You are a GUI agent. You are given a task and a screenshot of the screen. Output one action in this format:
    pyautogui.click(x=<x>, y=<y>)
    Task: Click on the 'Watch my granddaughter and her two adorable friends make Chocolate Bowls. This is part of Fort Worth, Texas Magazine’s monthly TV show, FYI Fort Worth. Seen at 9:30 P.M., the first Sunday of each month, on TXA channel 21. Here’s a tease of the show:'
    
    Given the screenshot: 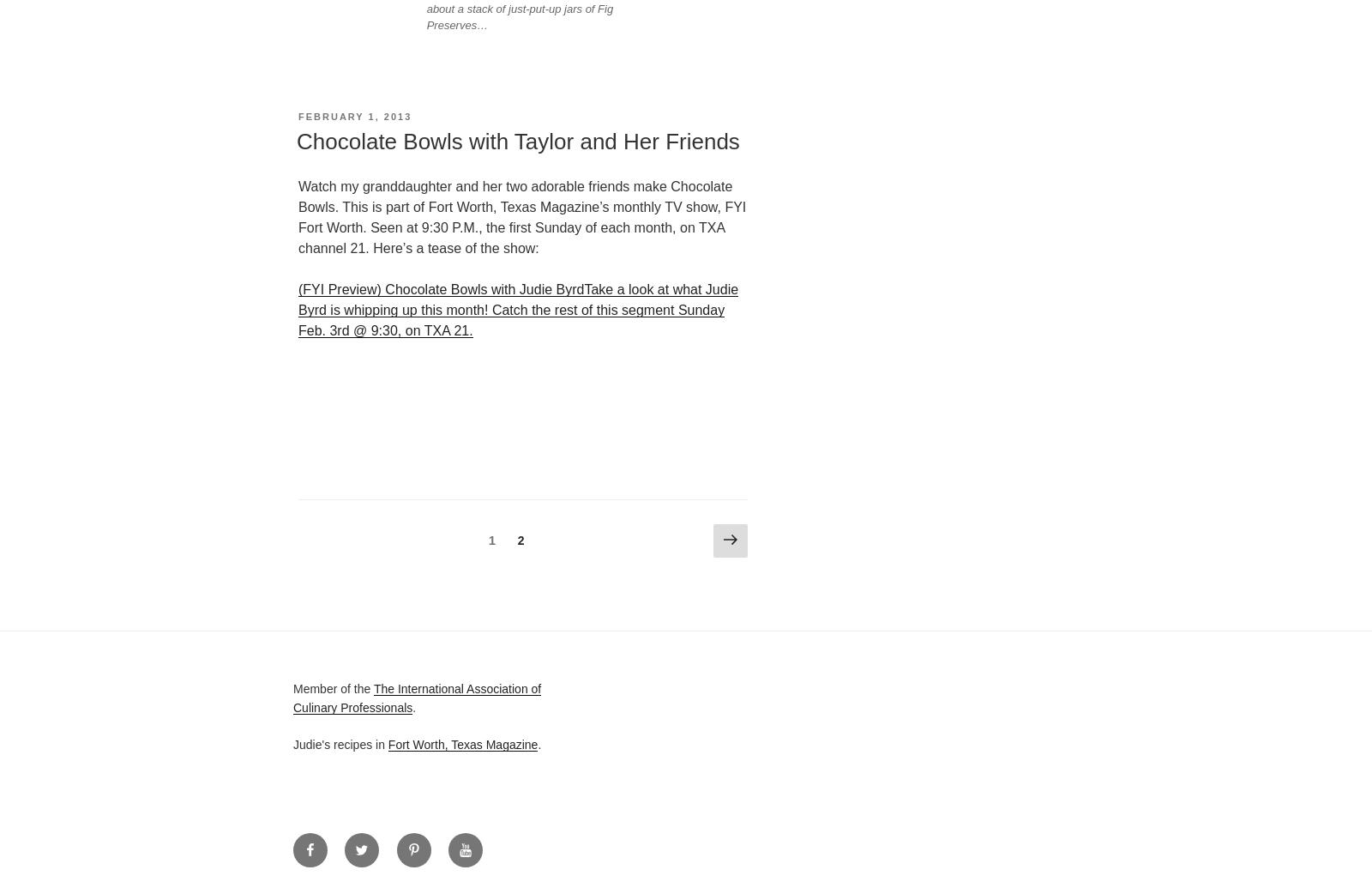 What is the action you would take?
    pyautogui.click(x=521, y=216)
    